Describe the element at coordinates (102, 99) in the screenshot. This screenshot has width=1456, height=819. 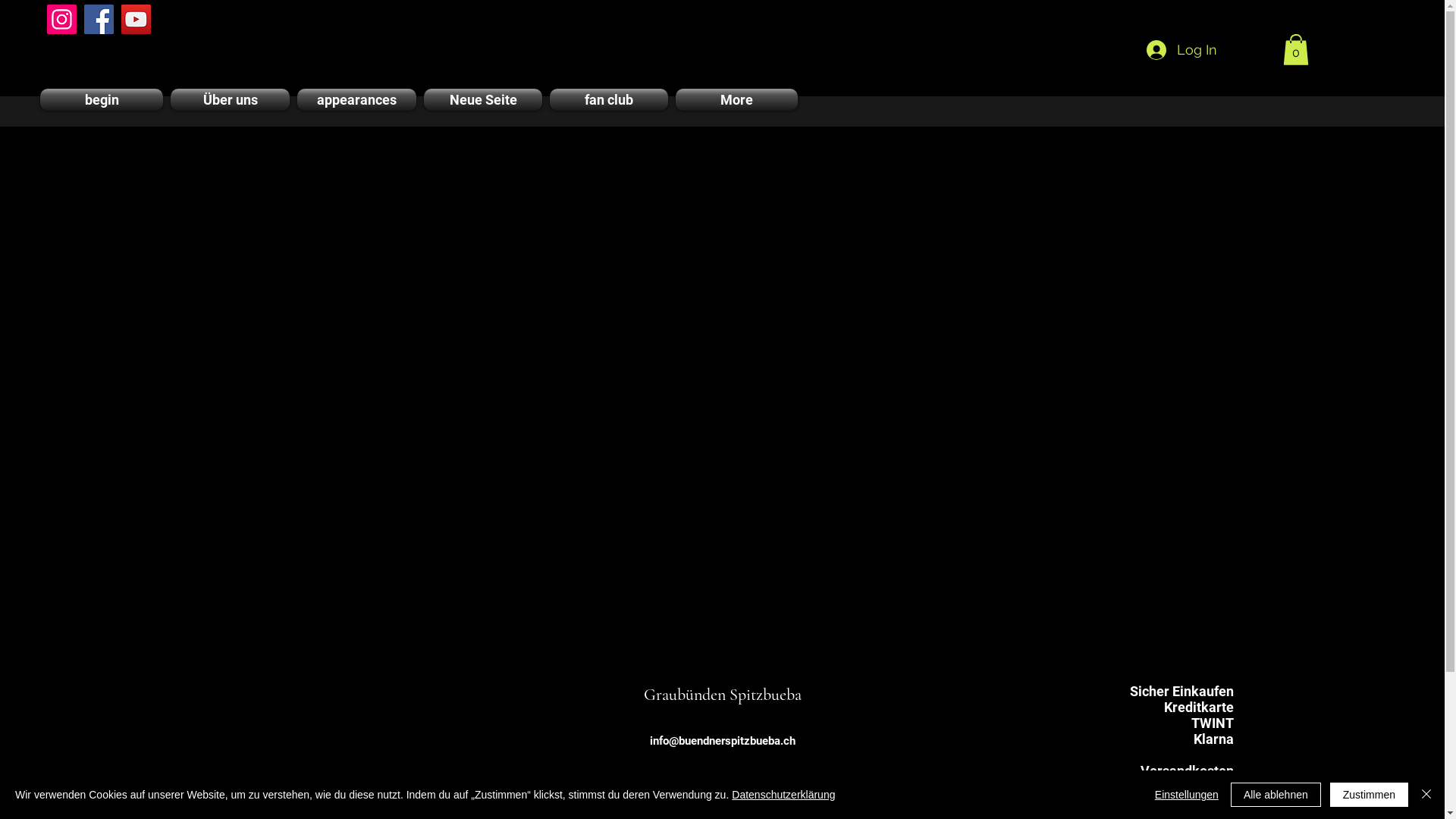
I see `'begin'` at that location.